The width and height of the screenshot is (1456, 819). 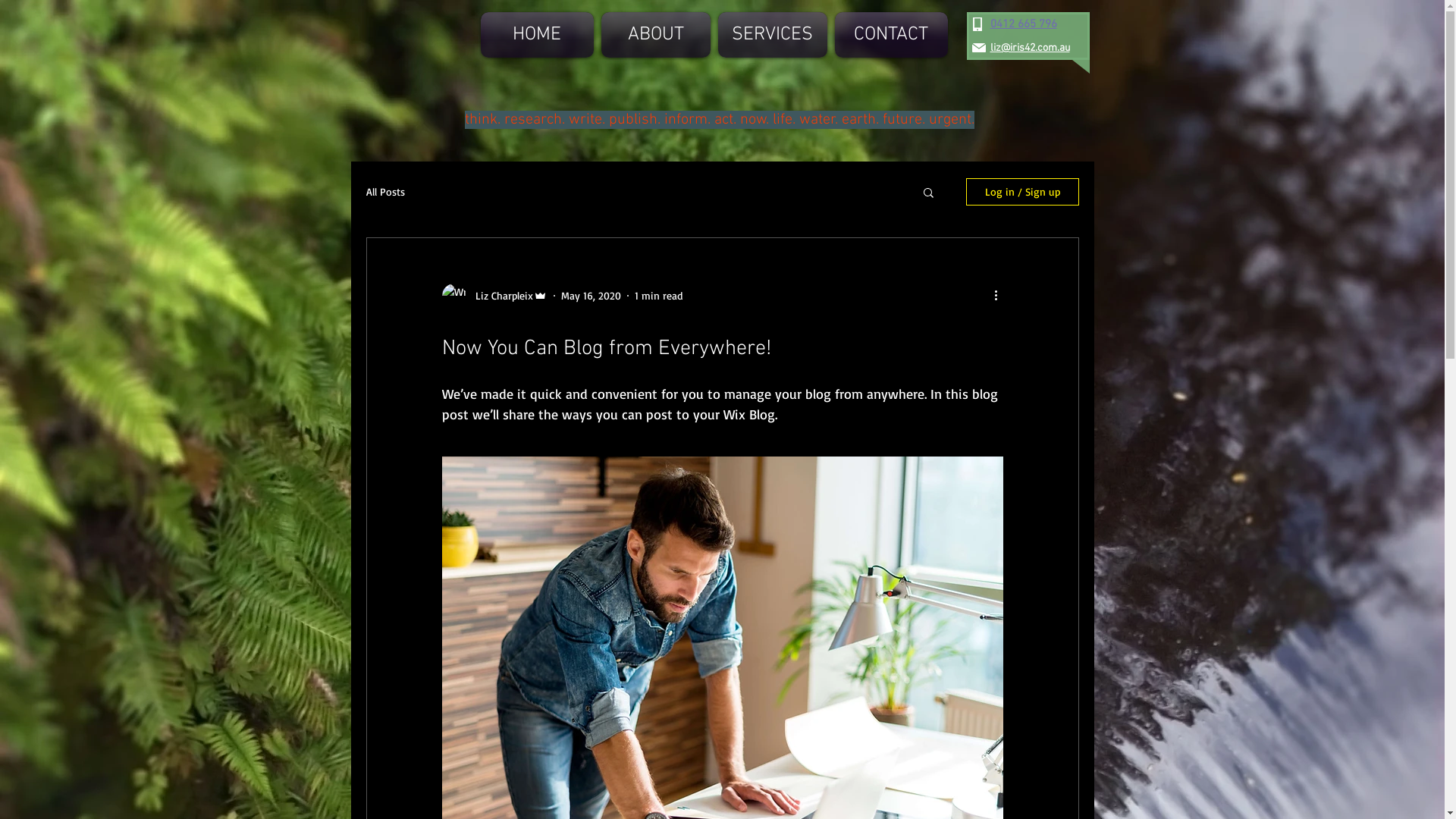 What do you see at coordinates (655, 34) in the screenshot?
I see `'ABOUT'` at bounding box center [655, 34].